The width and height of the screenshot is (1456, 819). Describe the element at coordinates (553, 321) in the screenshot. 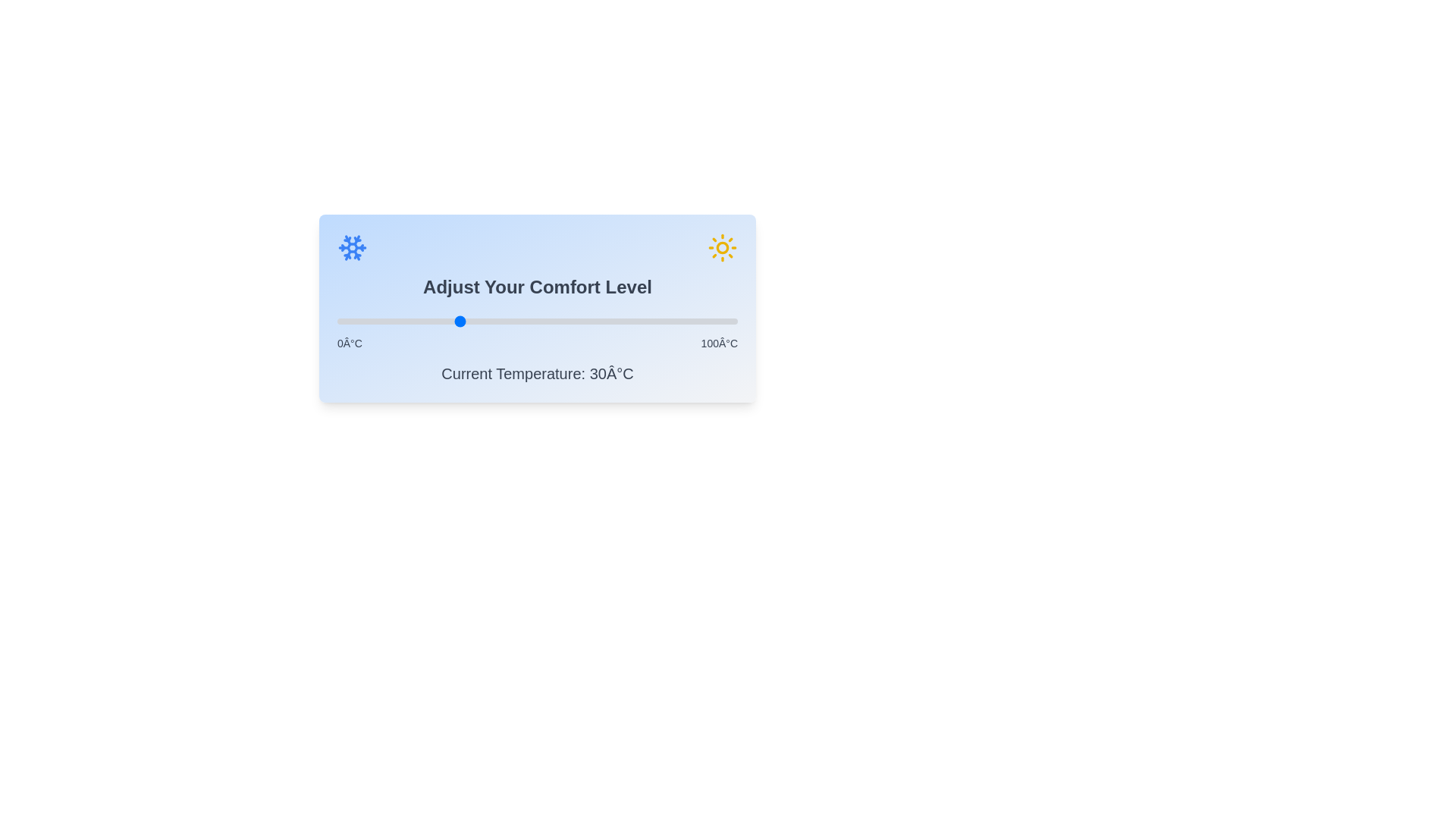

I see `the comfort level slider to set the temperature to 54 degrees Celsius` at that location.